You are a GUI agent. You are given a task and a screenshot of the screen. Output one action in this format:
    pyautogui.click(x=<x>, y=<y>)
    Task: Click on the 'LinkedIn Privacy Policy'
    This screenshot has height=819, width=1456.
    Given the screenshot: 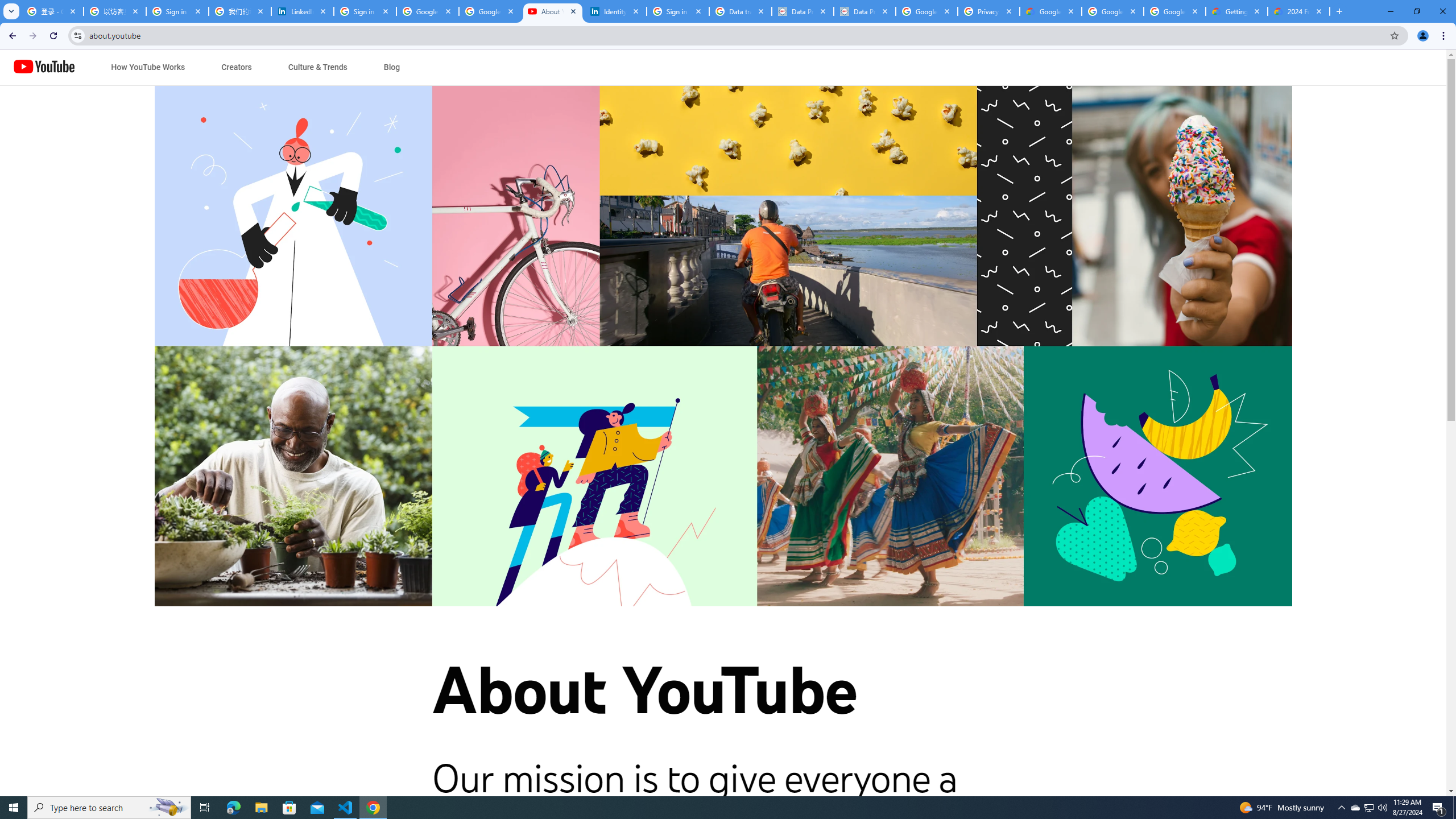 What is the action you would take?
    pyautogui.click(x=302, y=11)
    